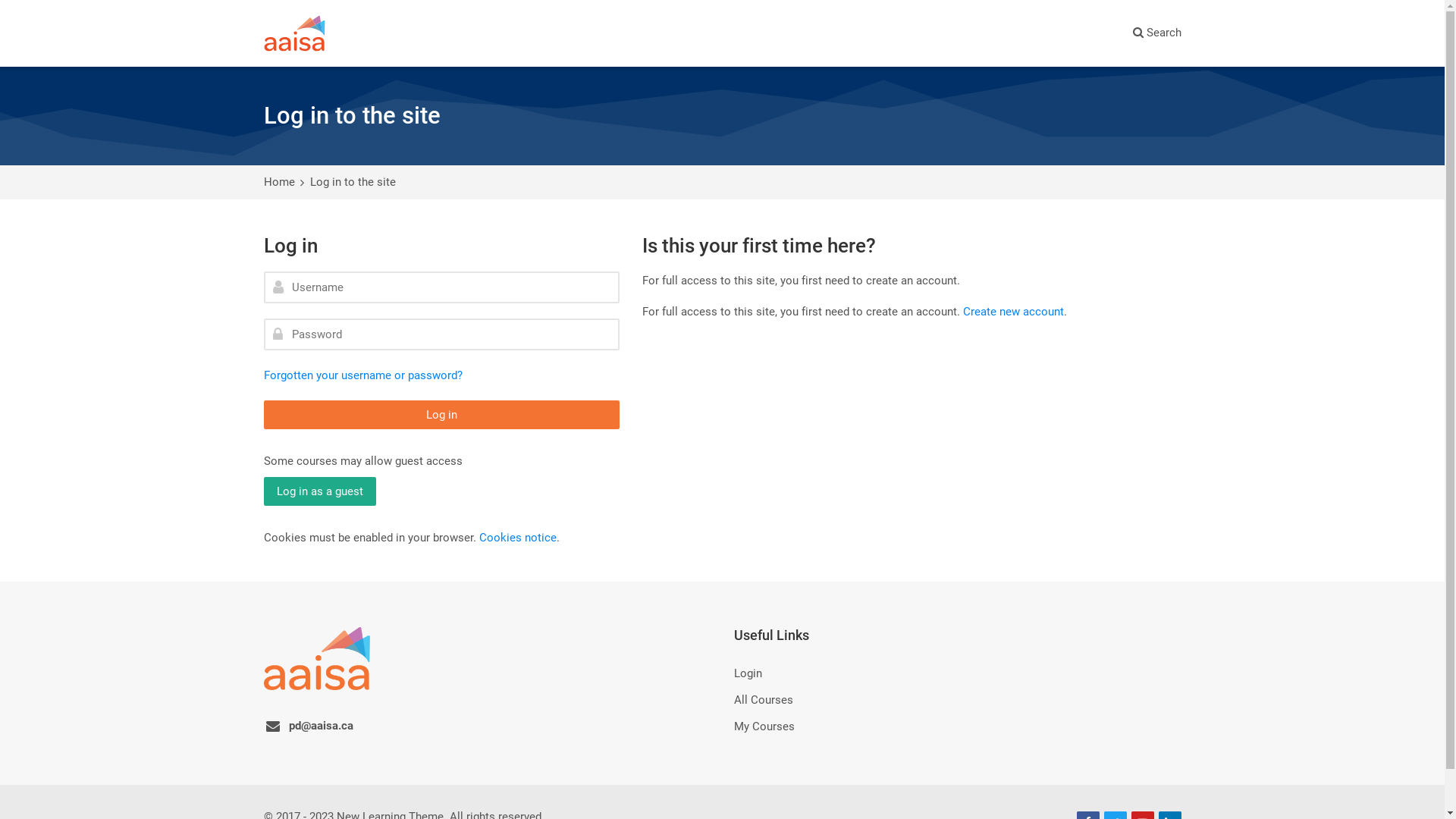  Describe the element at coordinates (479, 537) in the screenshot. I see `'Cookies notice'` at that location.